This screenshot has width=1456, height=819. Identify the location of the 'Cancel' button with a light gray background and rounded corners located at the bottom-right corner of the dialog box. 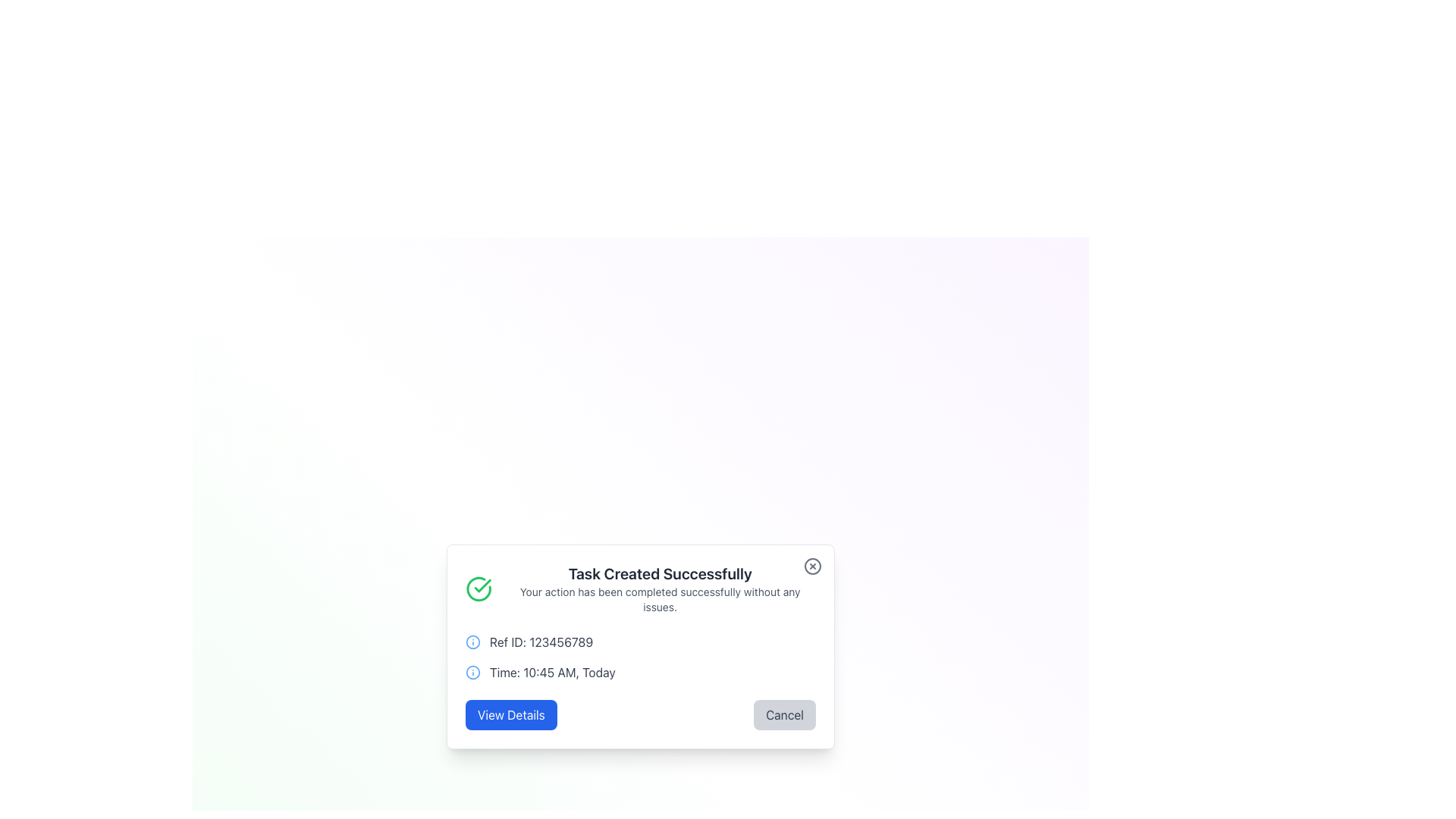
(785, 714).